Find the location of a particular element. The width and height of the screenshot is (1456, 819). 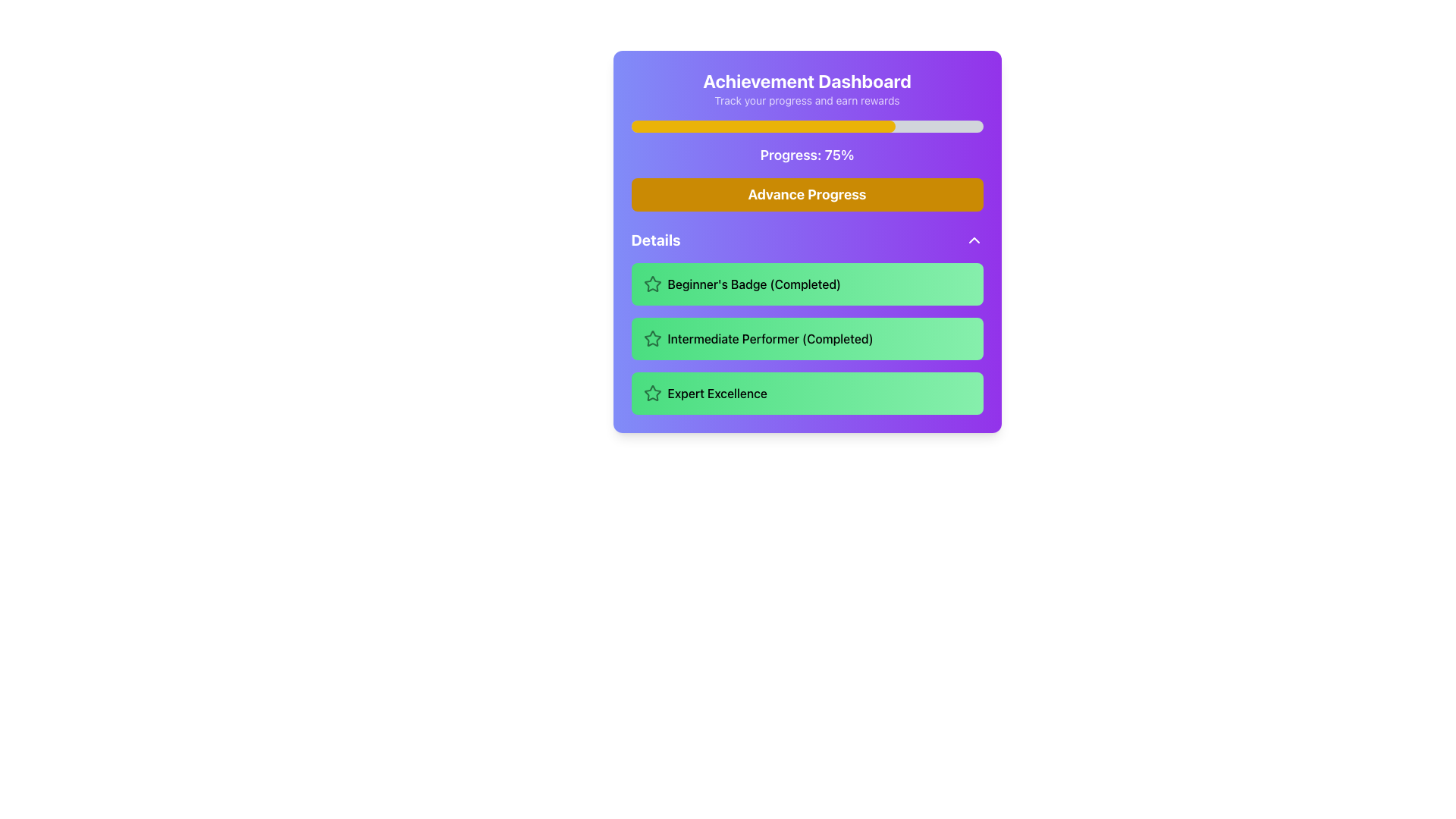

the 'Intermediate Performer' badge element, which is the second item in a vertically stacked list of badges within a purple card layout labeled 'Details' is located at coordinates (806, 338).